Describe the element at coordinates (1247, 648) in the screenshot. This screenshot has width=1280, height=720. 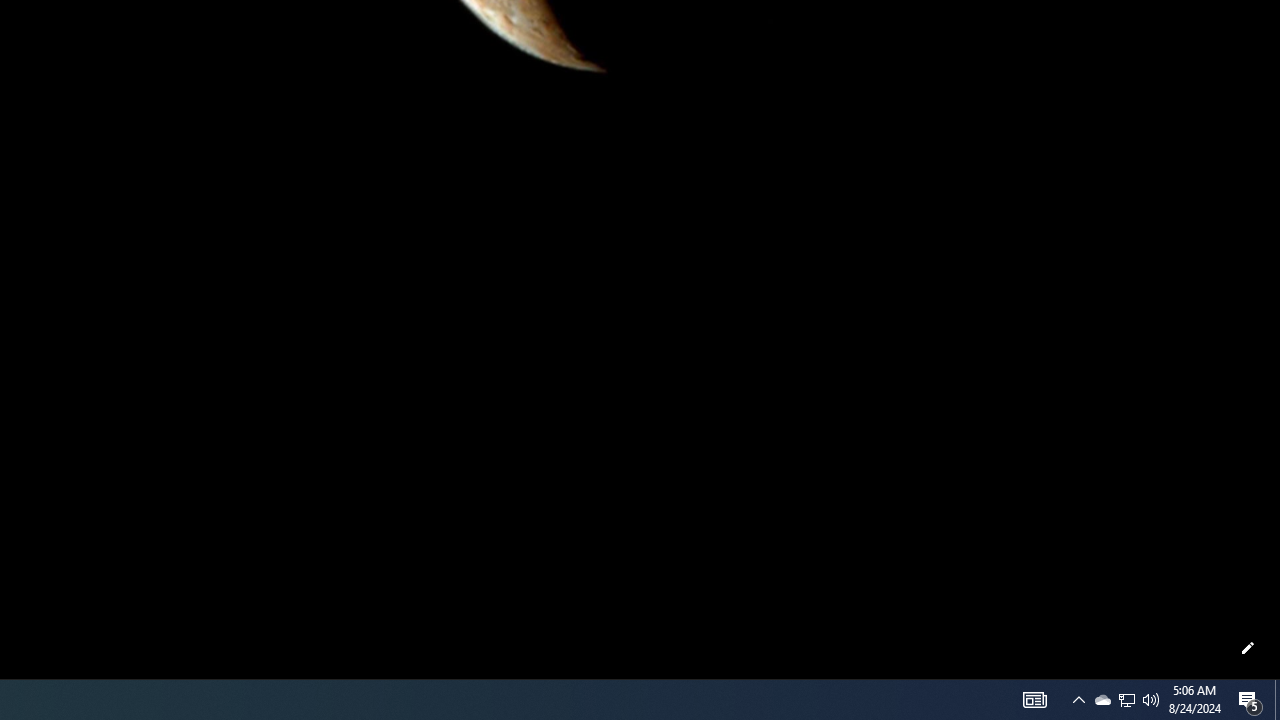
I see `'Customize this page'` at that location.